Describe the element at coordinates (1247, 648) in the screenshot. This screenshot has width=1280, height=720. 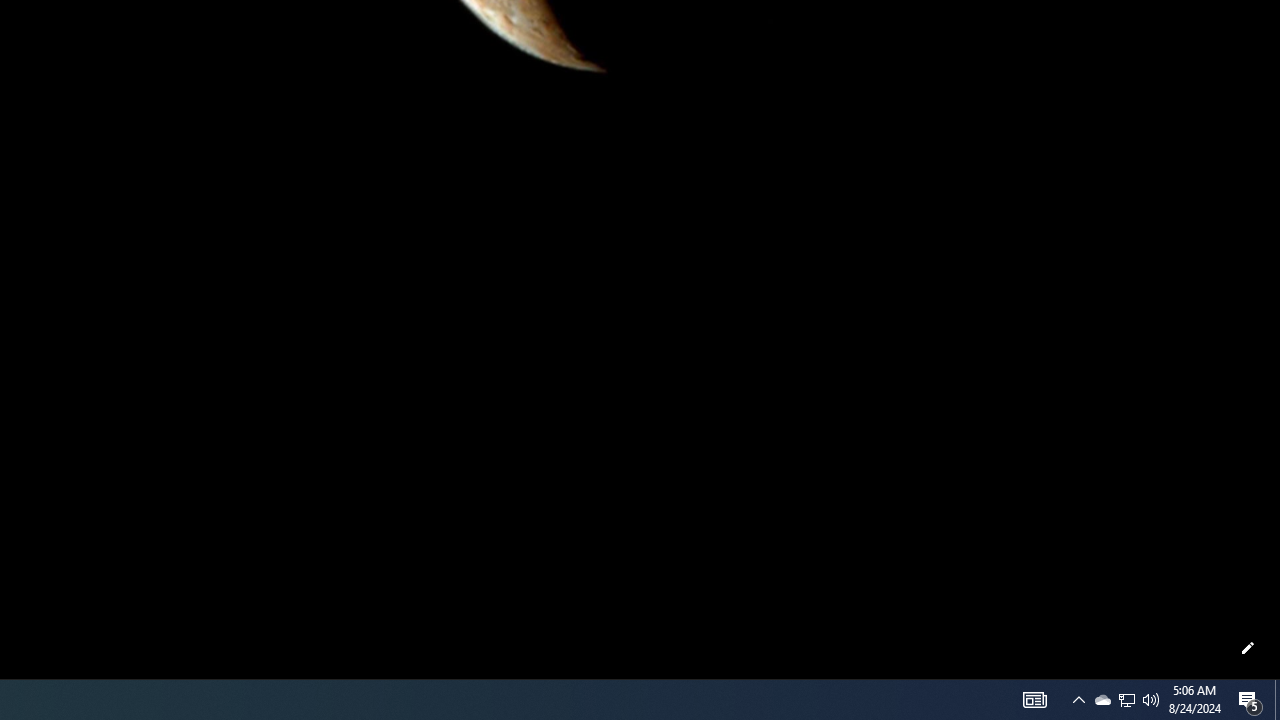
I see `'Customize this page'` at that location.